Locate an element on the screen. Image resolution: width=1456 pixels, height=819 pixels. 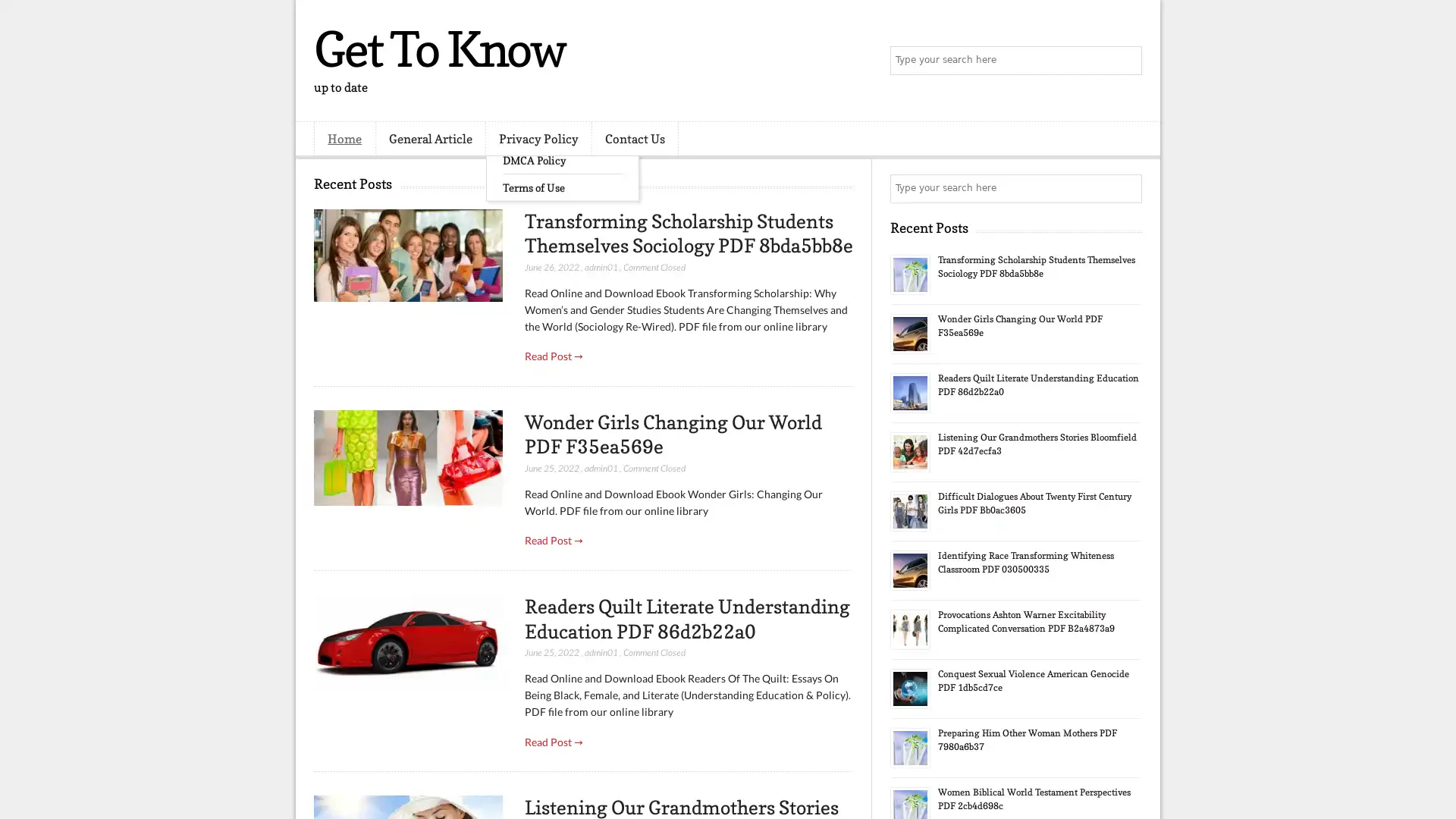
Search is located at coordinates (1126, 188).